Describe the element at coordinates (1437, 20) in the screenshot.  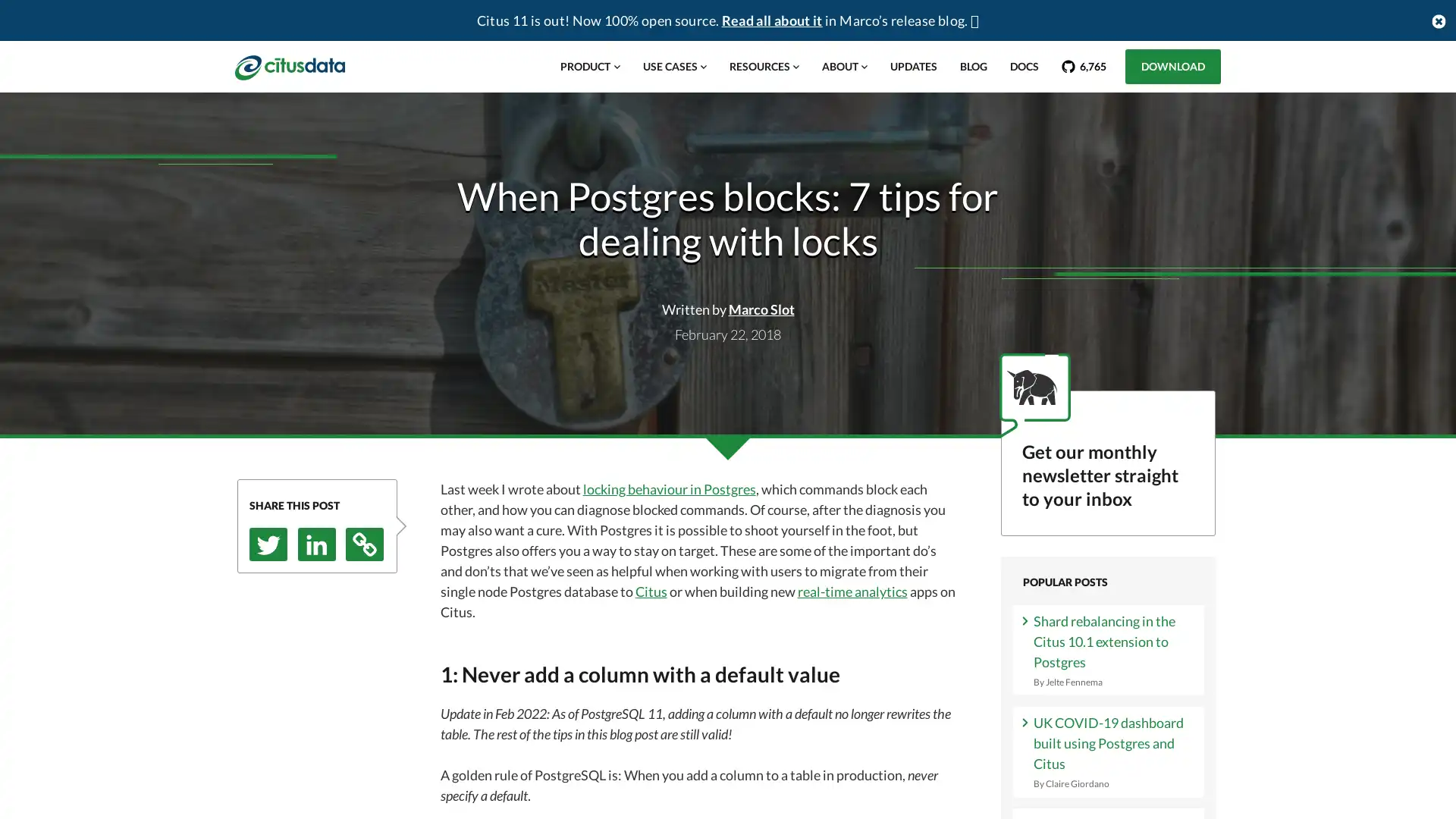
I see `Close notification bar button` at that location.